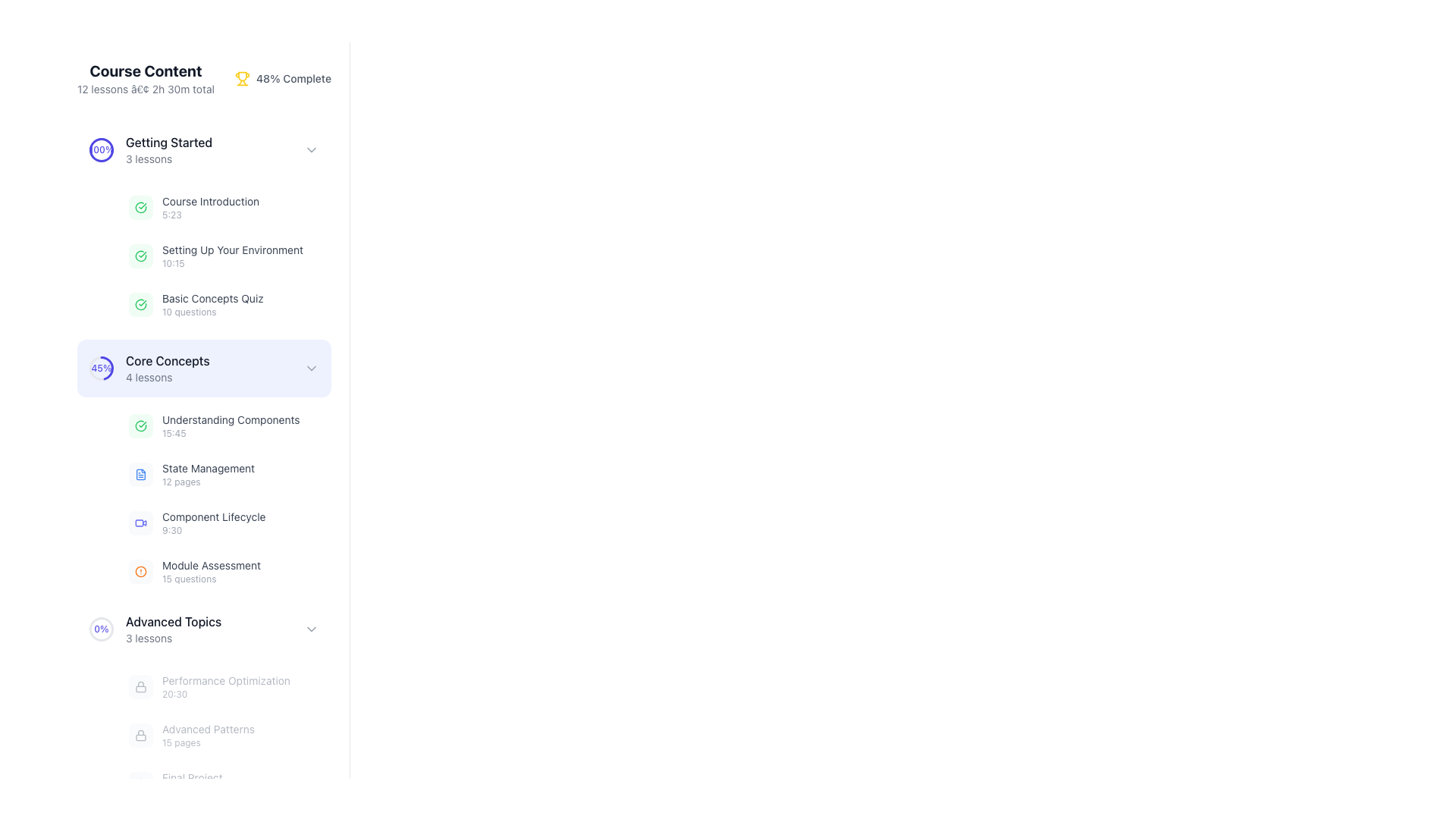  I want to click on the list item representing the lesson titled 'Understanding Components' with a green checkmark icon in the 'Core Concepts' section of the sidebar menu, so click(213, 426).